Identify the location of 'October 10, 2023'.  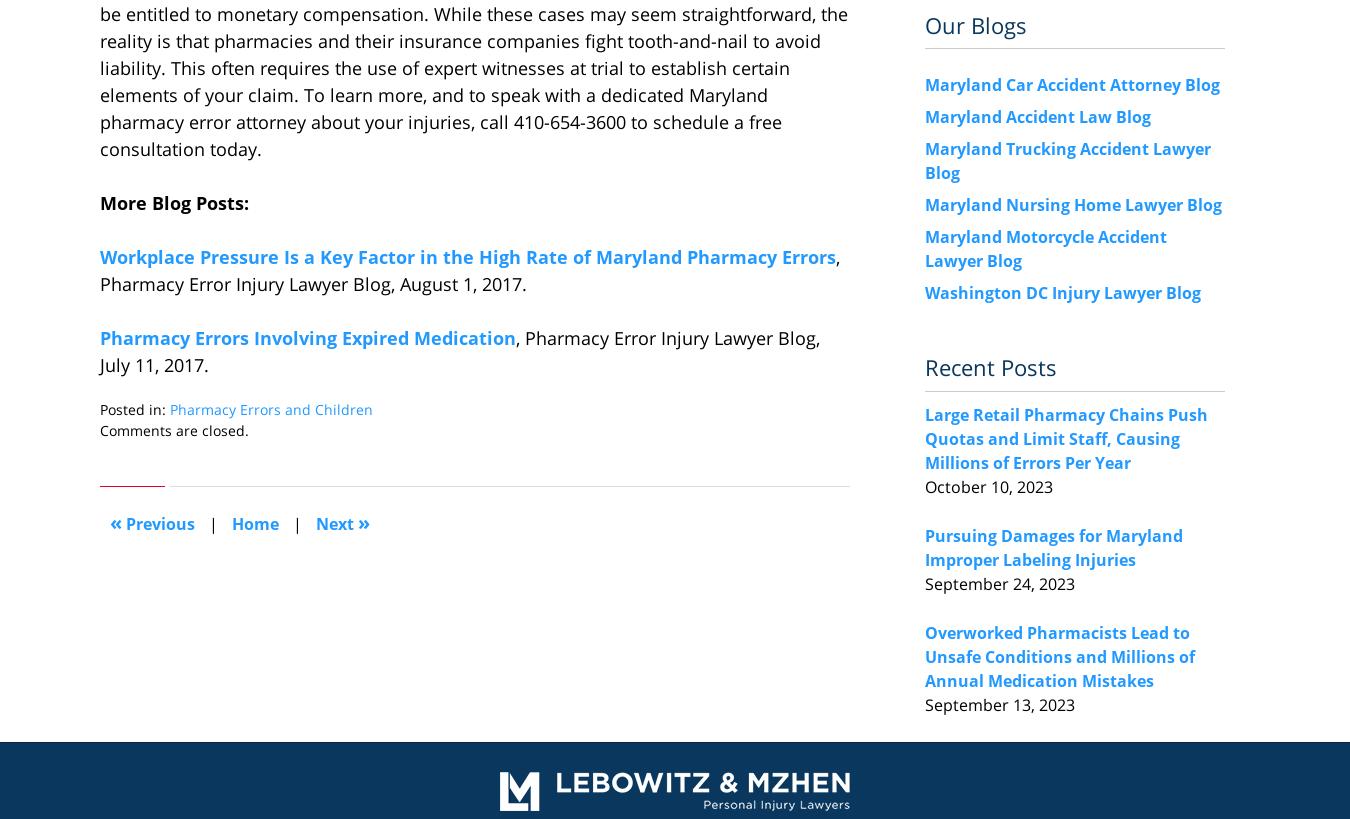
(924, 484).